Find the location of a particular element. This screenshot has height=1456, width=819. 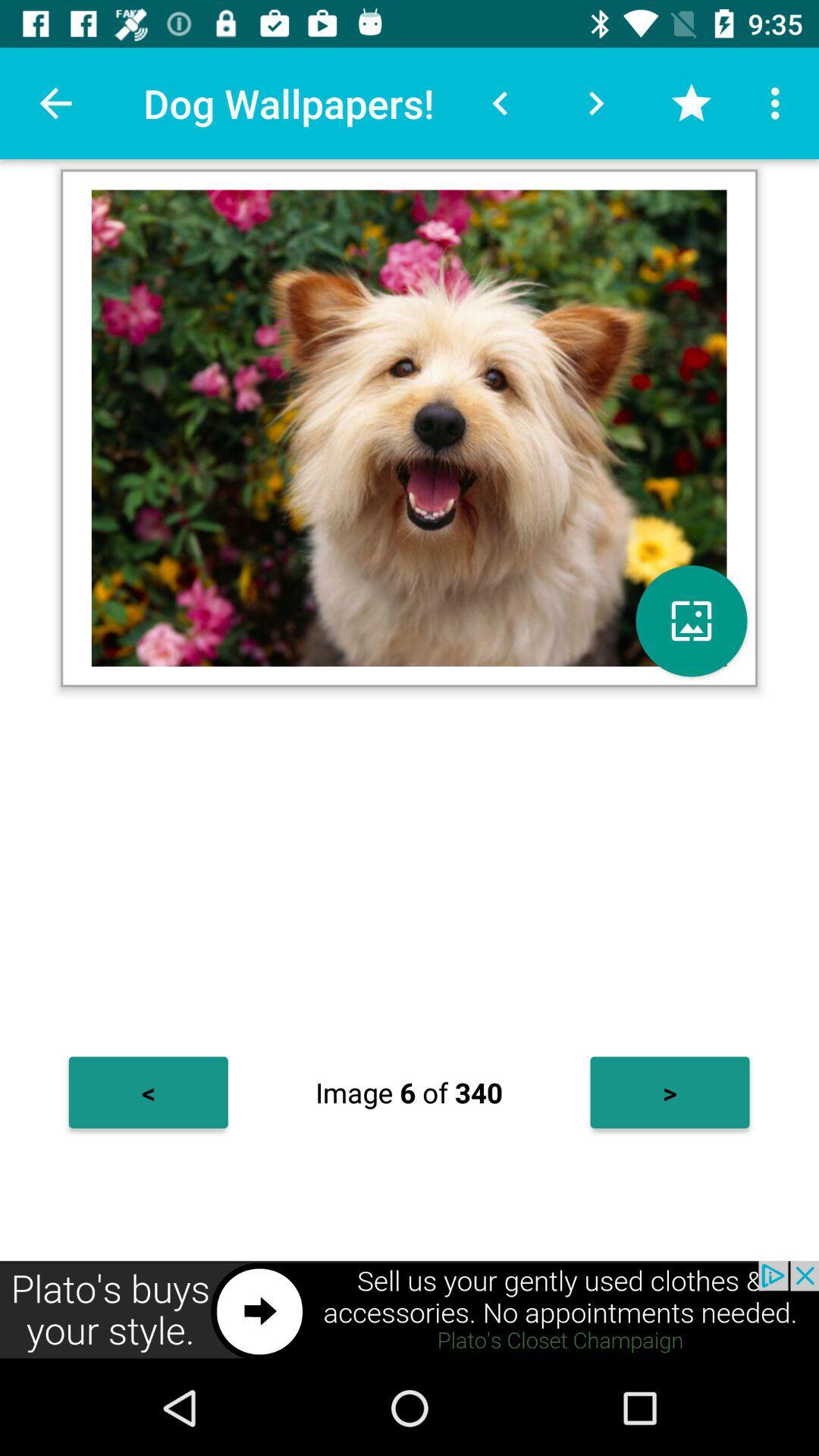

the wallpaper icon is located at coordinates (691, 621).